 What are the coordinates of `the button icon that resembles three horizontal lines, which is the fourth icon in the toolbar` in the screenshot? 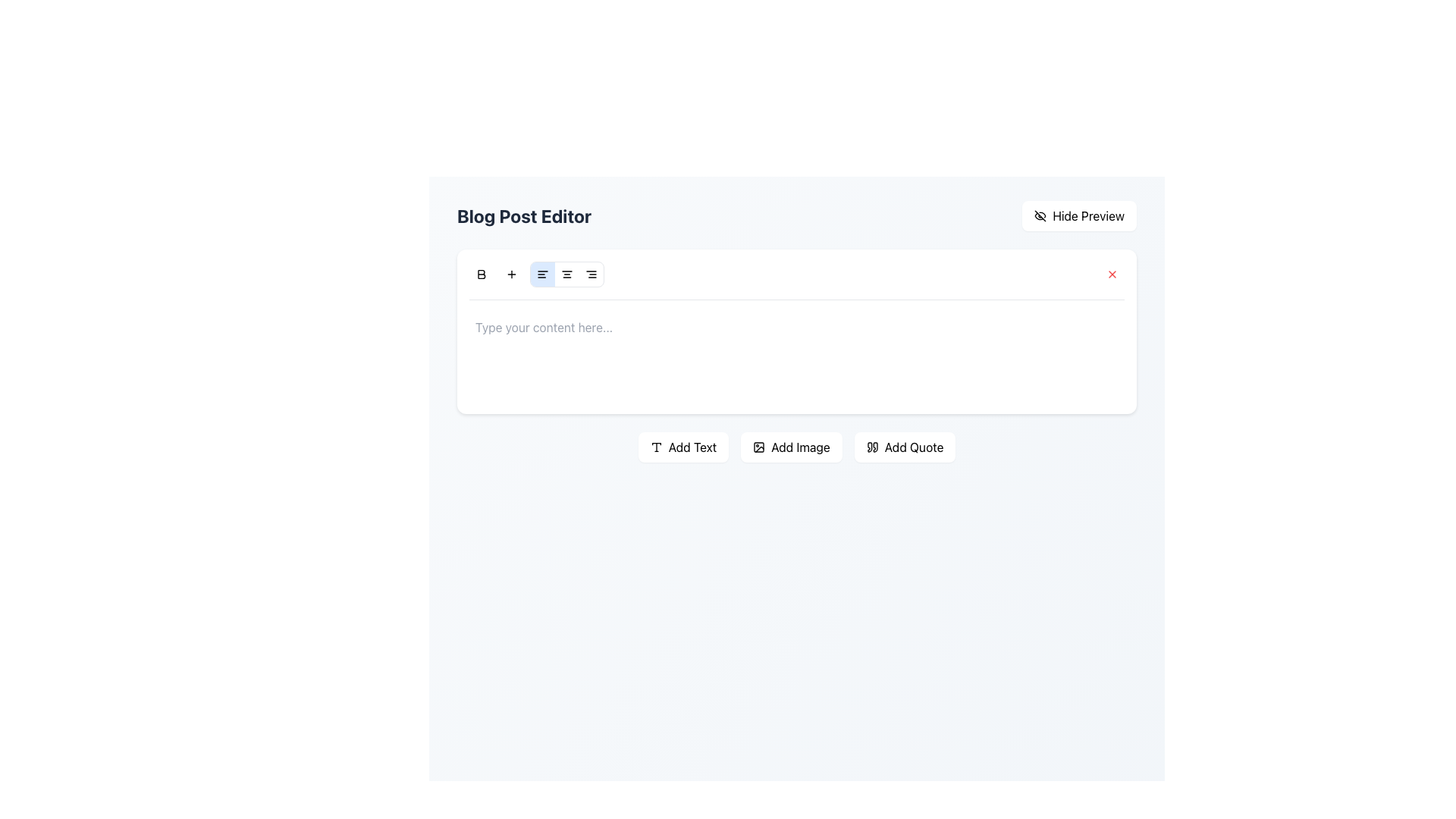 It's located at (590, 275).